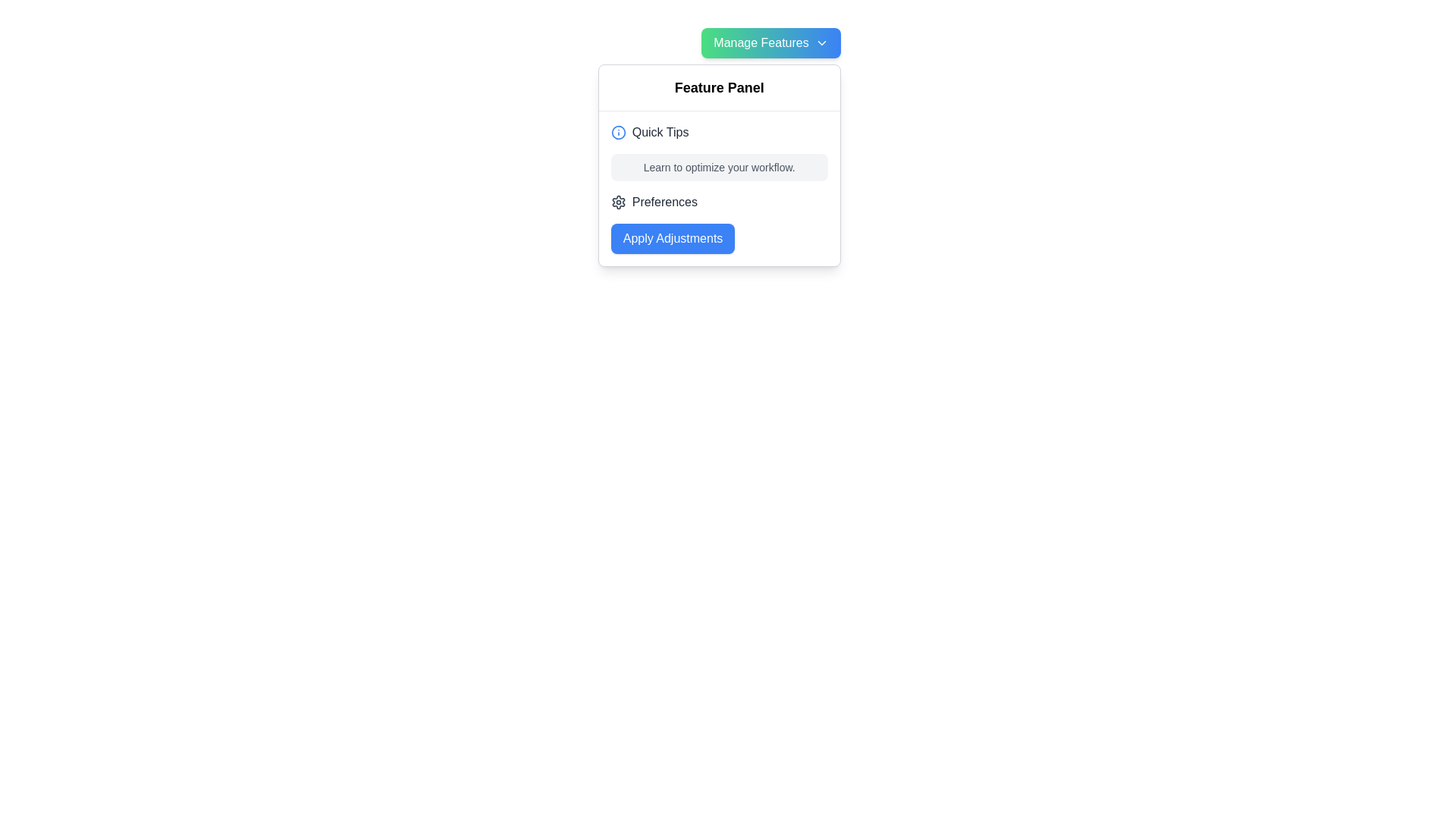 This screenshot has height=819, width=1456. What do you see at coordinates (664, 201) in the screenshot?
I see `the Text Label that indicates user preferences settings, located within the 'Feature Panel' below 'Quick Tips', adjacent to a gear icon` at bounding box center [664, 201].